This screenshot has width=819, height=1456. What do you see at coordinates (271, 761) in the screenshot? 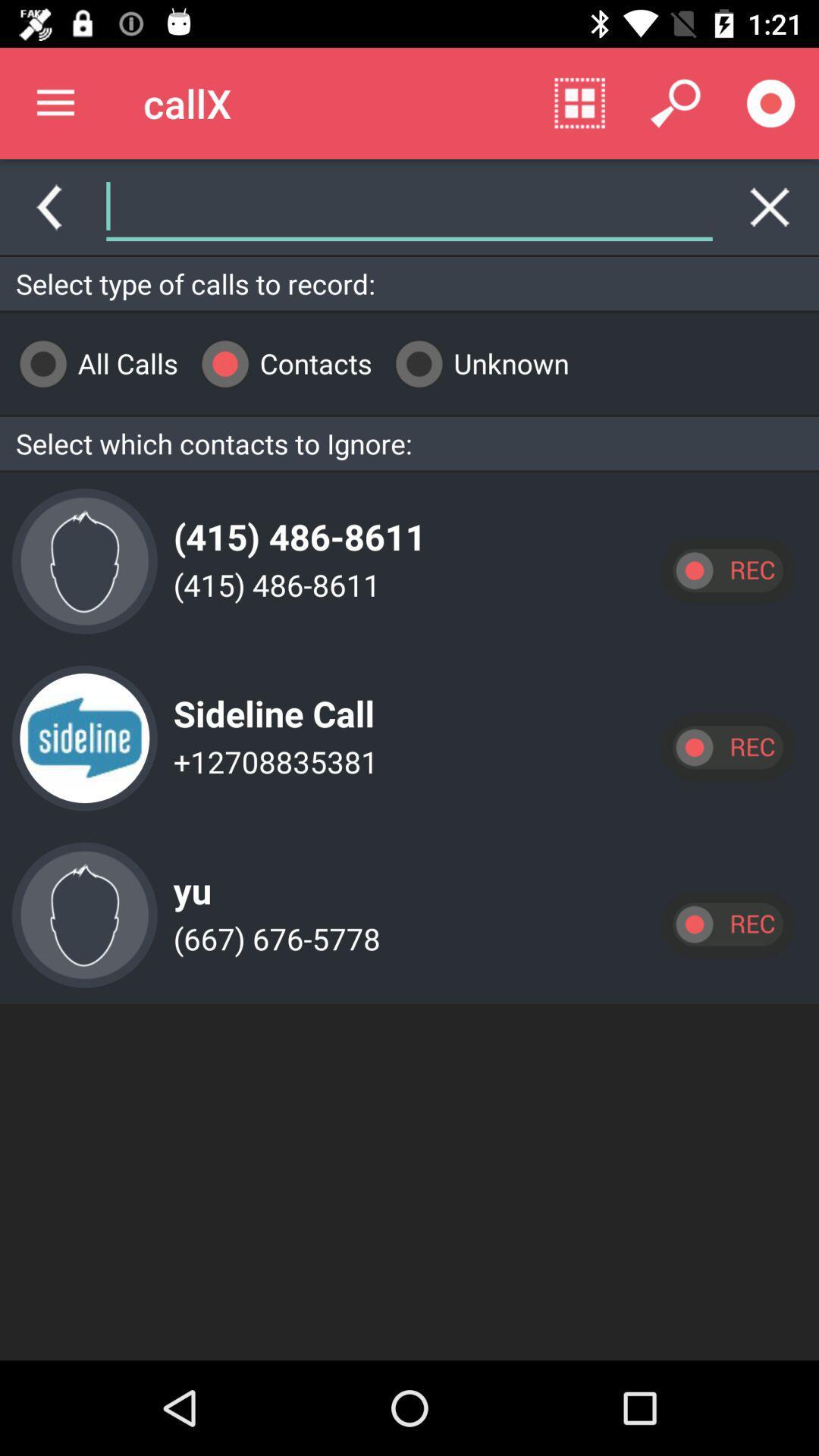
I see `+12708835381 item` at bounding box center [271, 761].